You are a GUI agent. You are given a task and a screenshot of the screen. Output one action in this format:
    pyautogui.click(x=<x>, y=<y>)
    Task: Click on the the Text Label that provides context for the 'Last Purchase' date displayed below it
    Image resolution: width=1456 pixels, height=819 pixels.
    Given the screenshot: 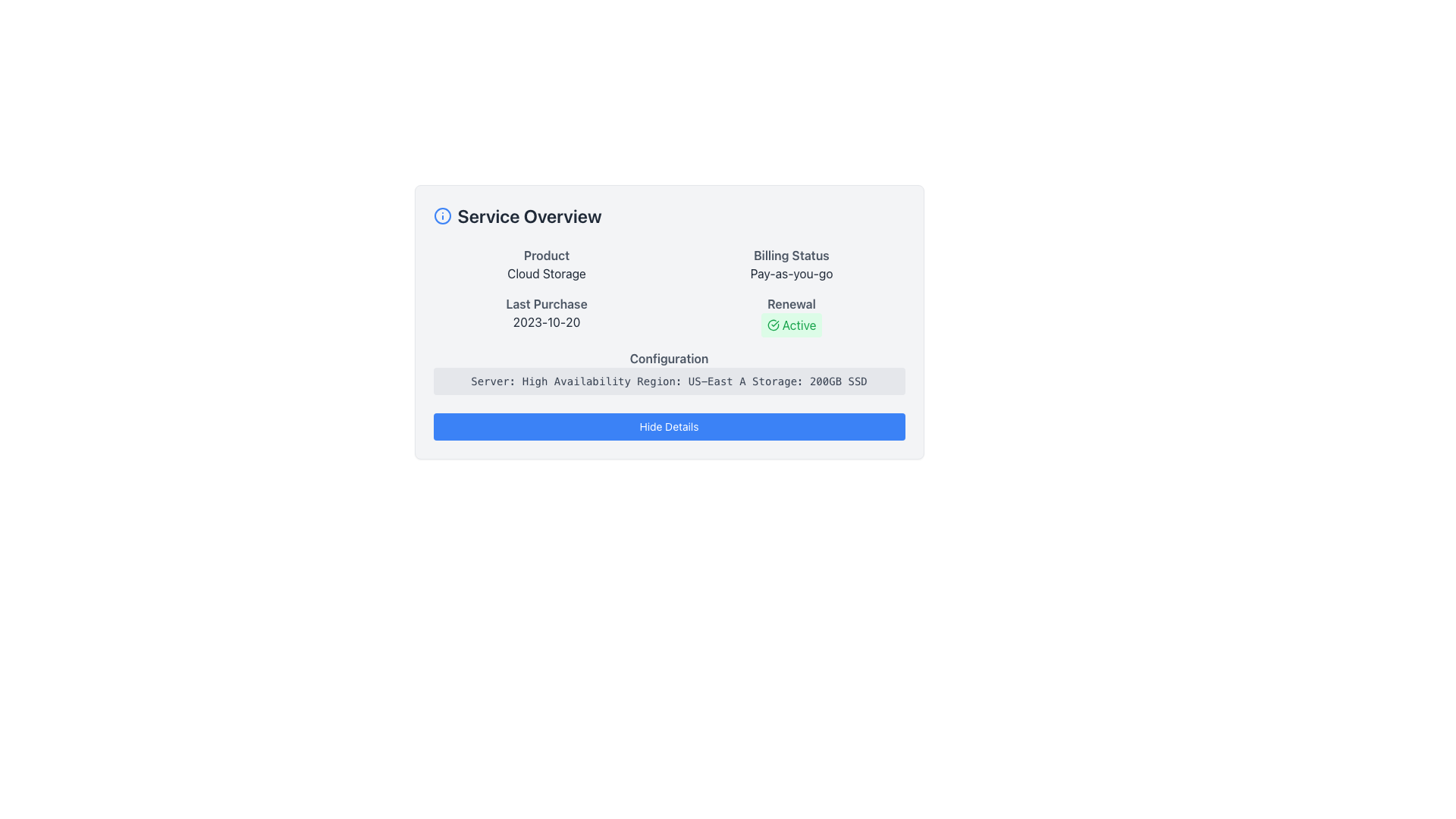 What is the action you would take?
    pyautogui.click(x=546, y=304)
    